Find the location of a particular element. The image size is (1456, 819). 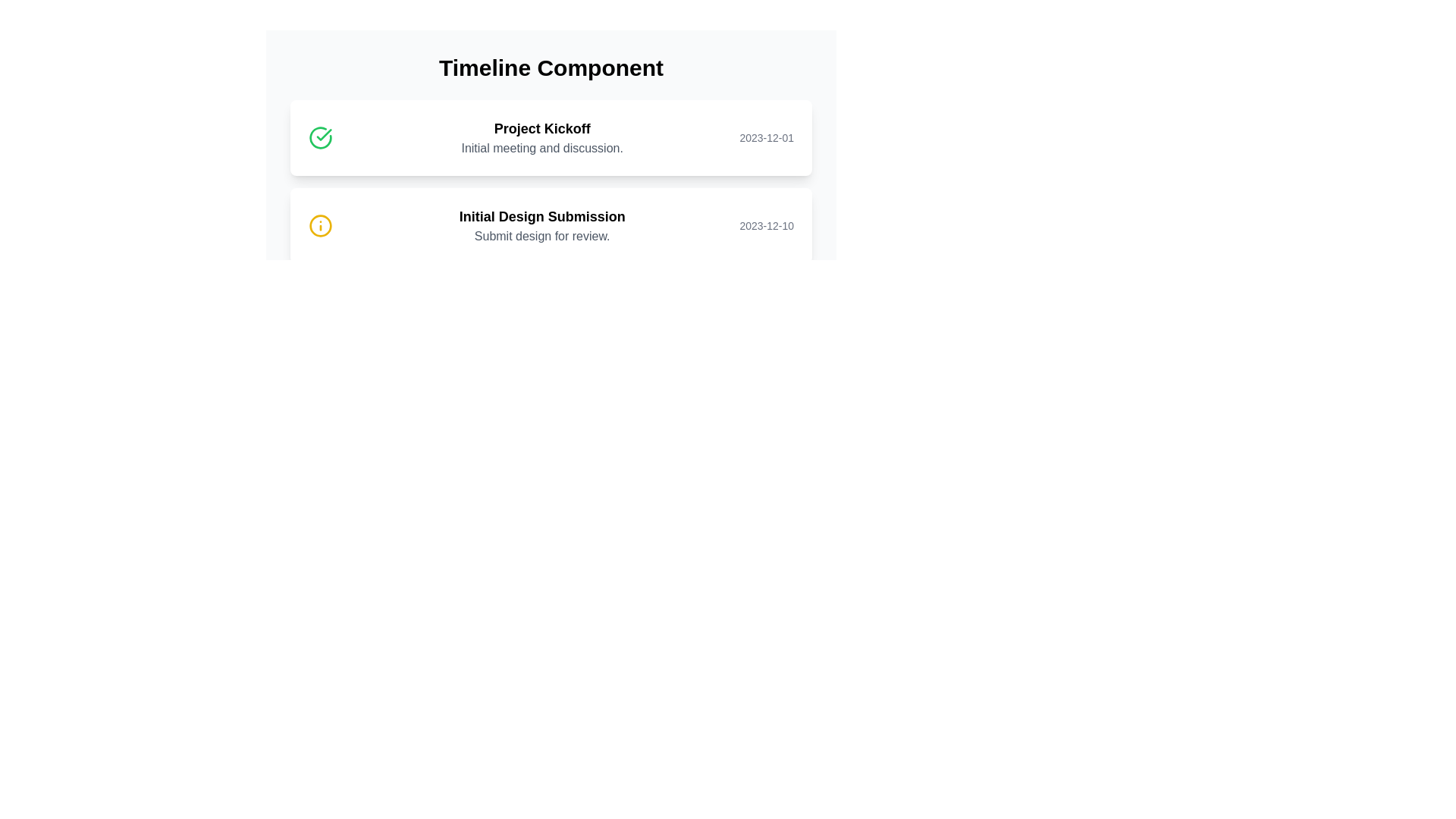

text of the UI element displaying 'Initial Design Submission' and 'Submit design for review.' is located at coordinates (542, 225).